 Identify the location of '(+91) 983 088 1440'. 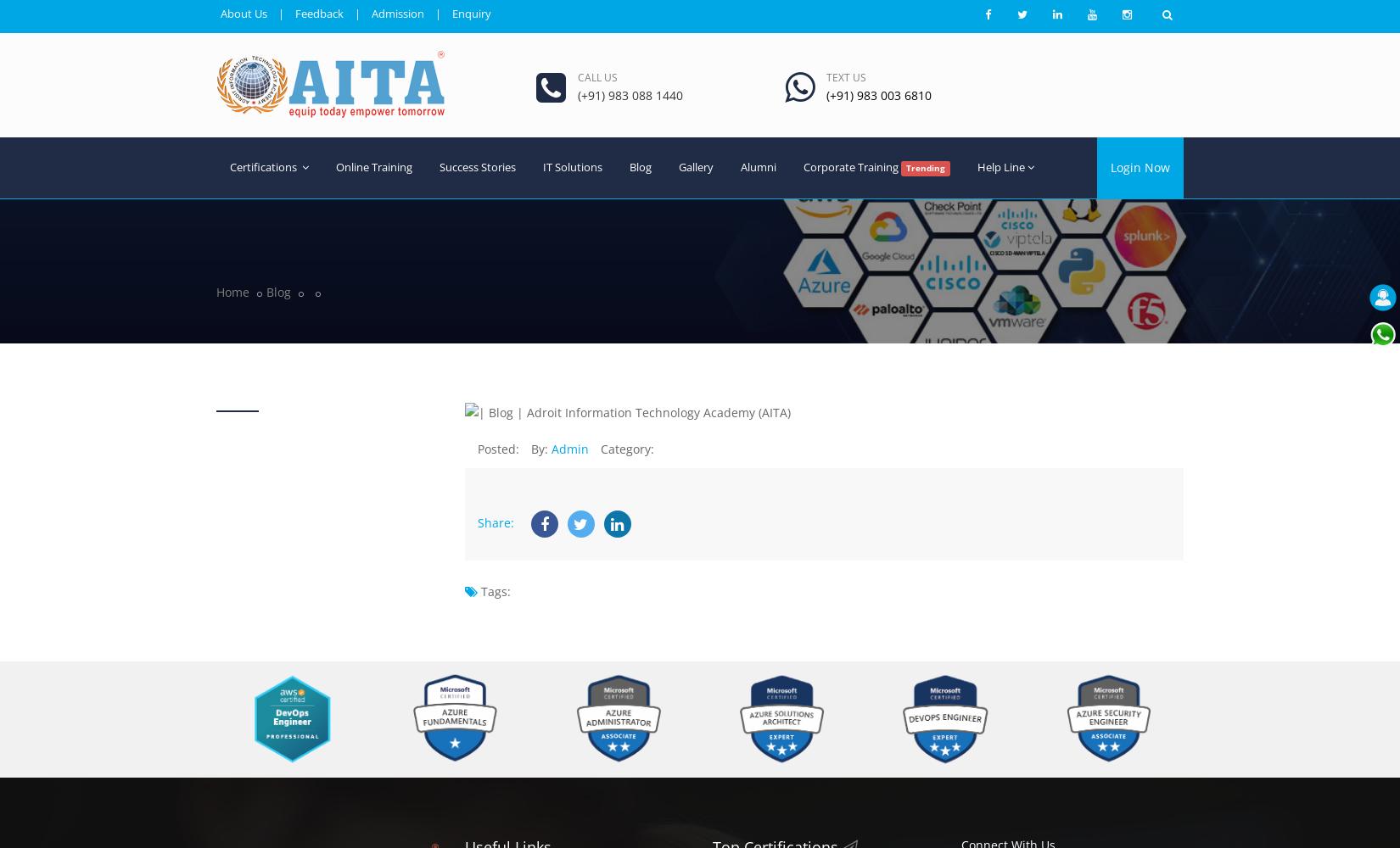
(629, 93).